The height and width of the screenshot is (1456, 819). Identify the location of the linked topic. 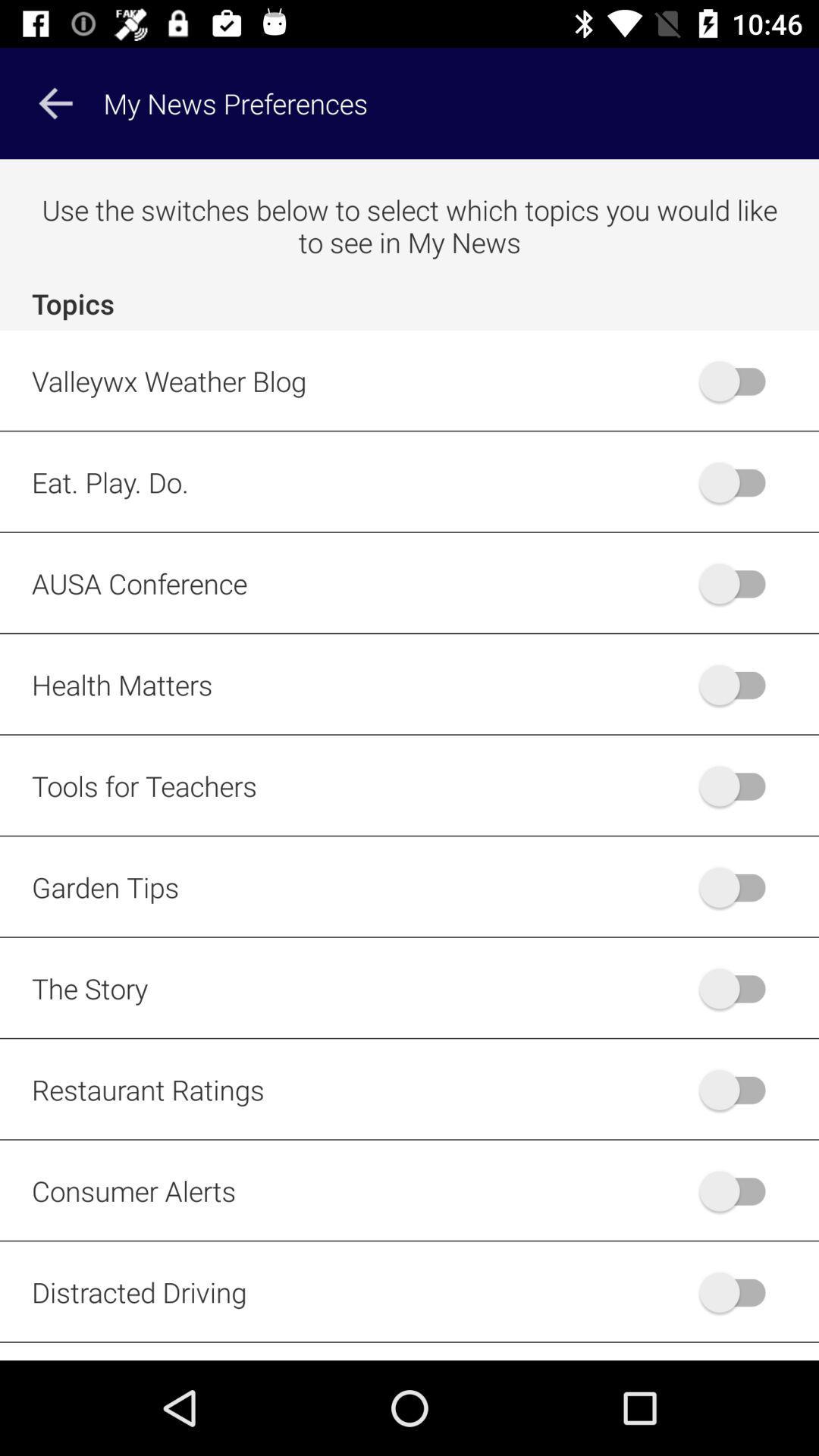
(739, 786).